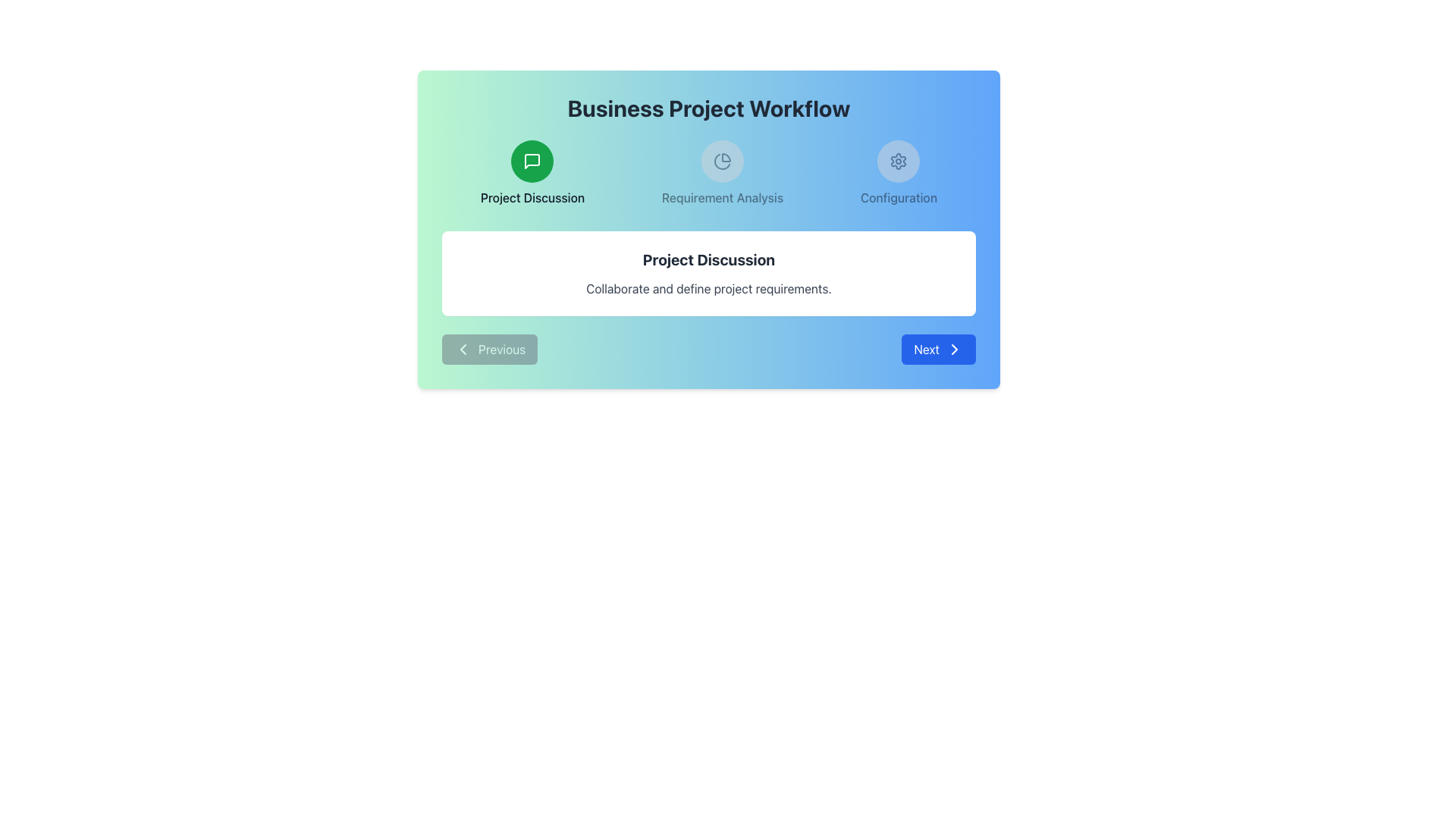  I want to click on the prominently displayed text heading reading 'Business Project Workflow', which is styled with a bold, extra-large font and centrally aligned against a gradient background, so click(708, 107).